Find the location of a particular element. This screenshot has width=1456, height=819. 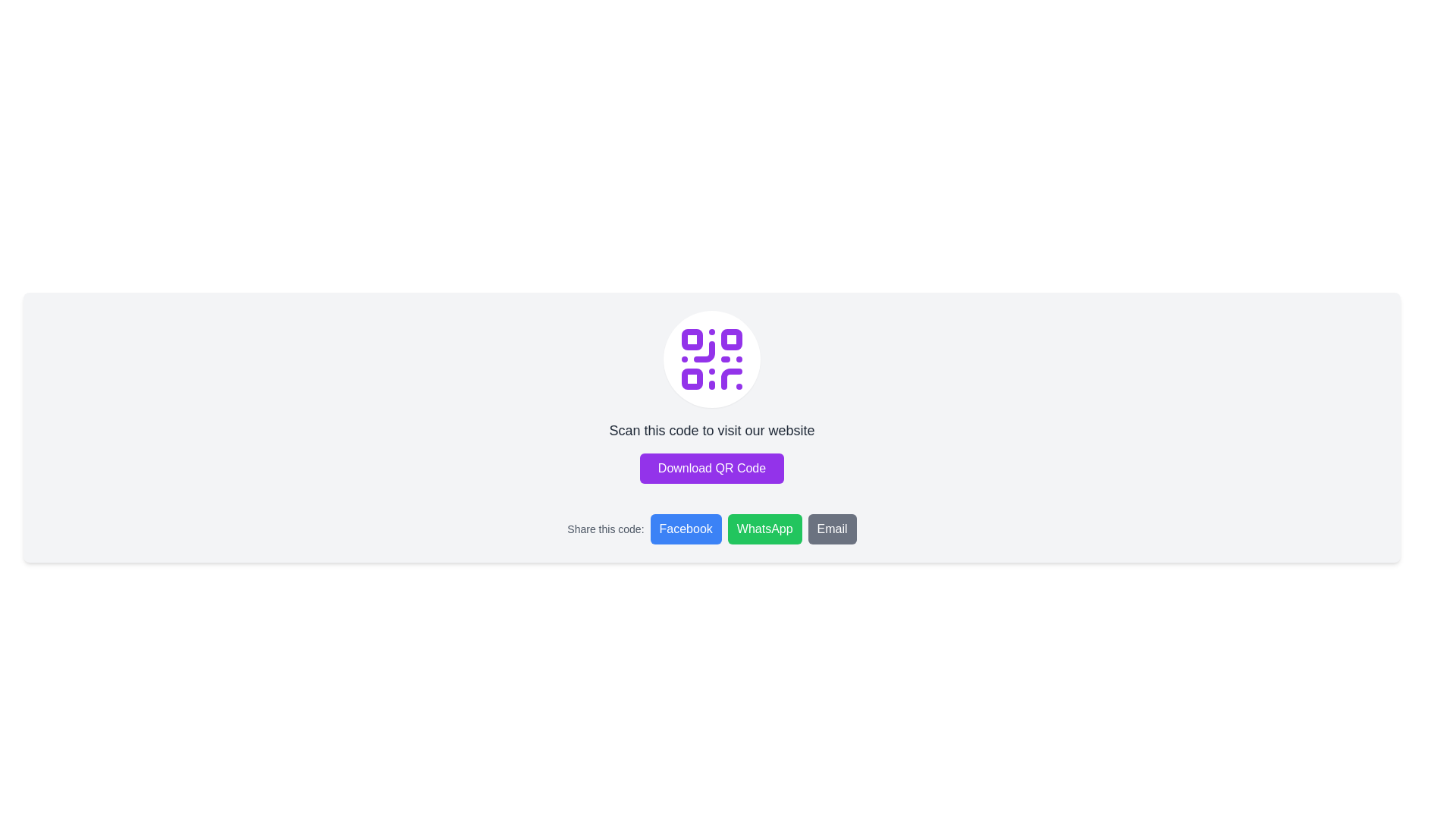

the top-left purple square box of the QR code visual representation is located at coordinates (691, 338).